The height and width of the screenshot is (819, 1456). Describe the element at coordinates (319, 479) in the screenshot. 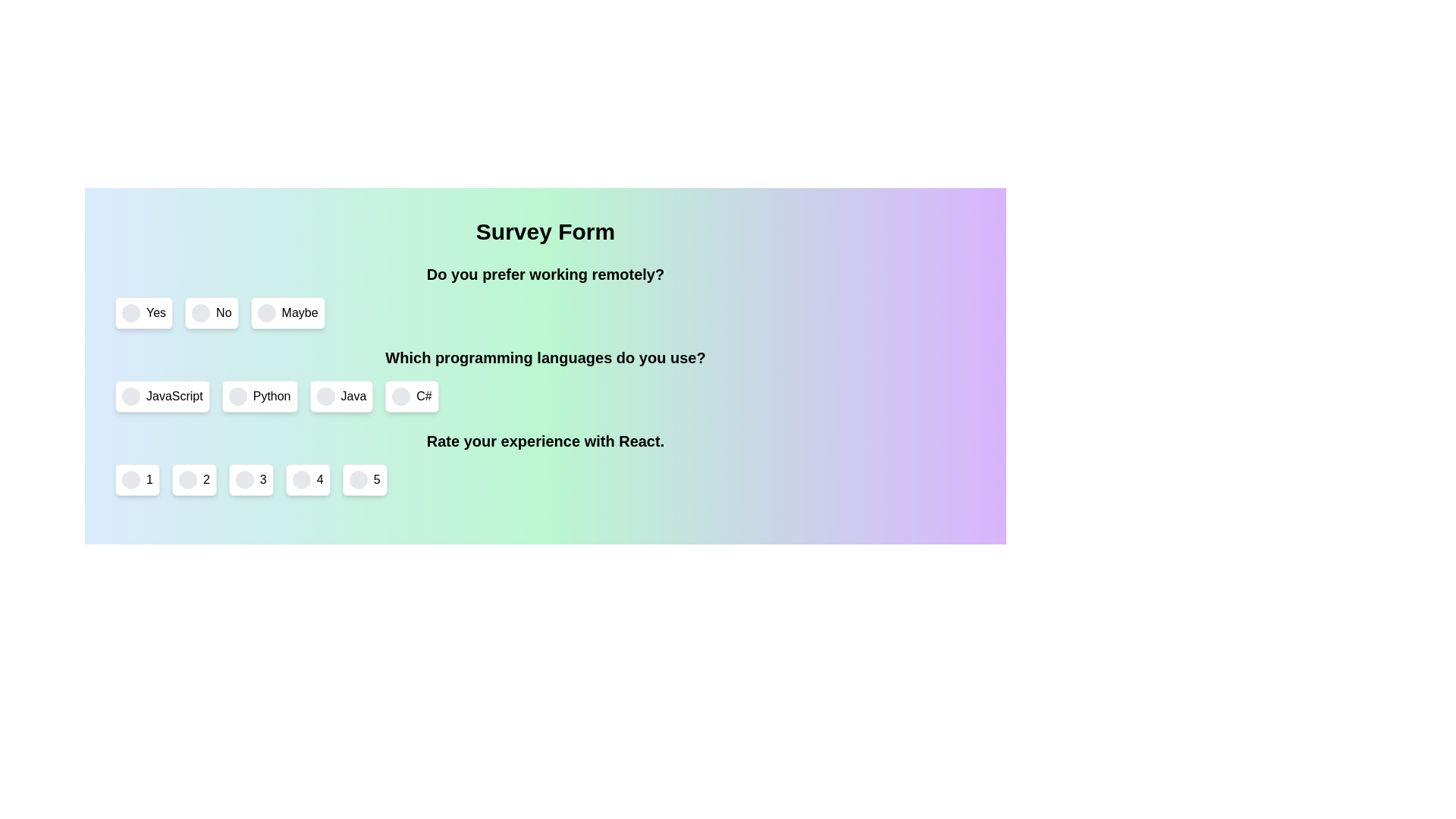

I see `the label for the fourth rating option in the rating system, which is located immediately to the right of its corresponding circular radio button` at that location.